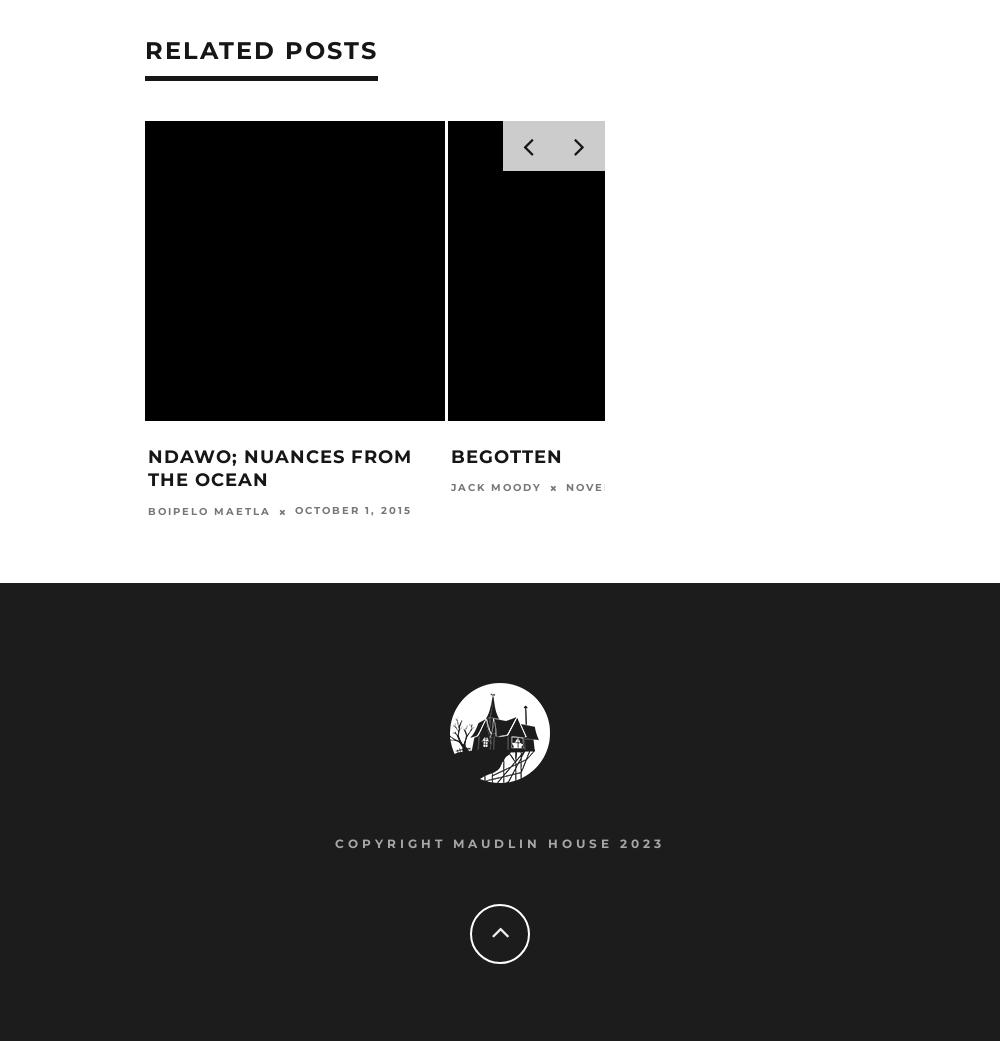 This screenshot has height=1041, width=1000. I want to click on 'Andrew Jason Jacono', so click(839, 488).